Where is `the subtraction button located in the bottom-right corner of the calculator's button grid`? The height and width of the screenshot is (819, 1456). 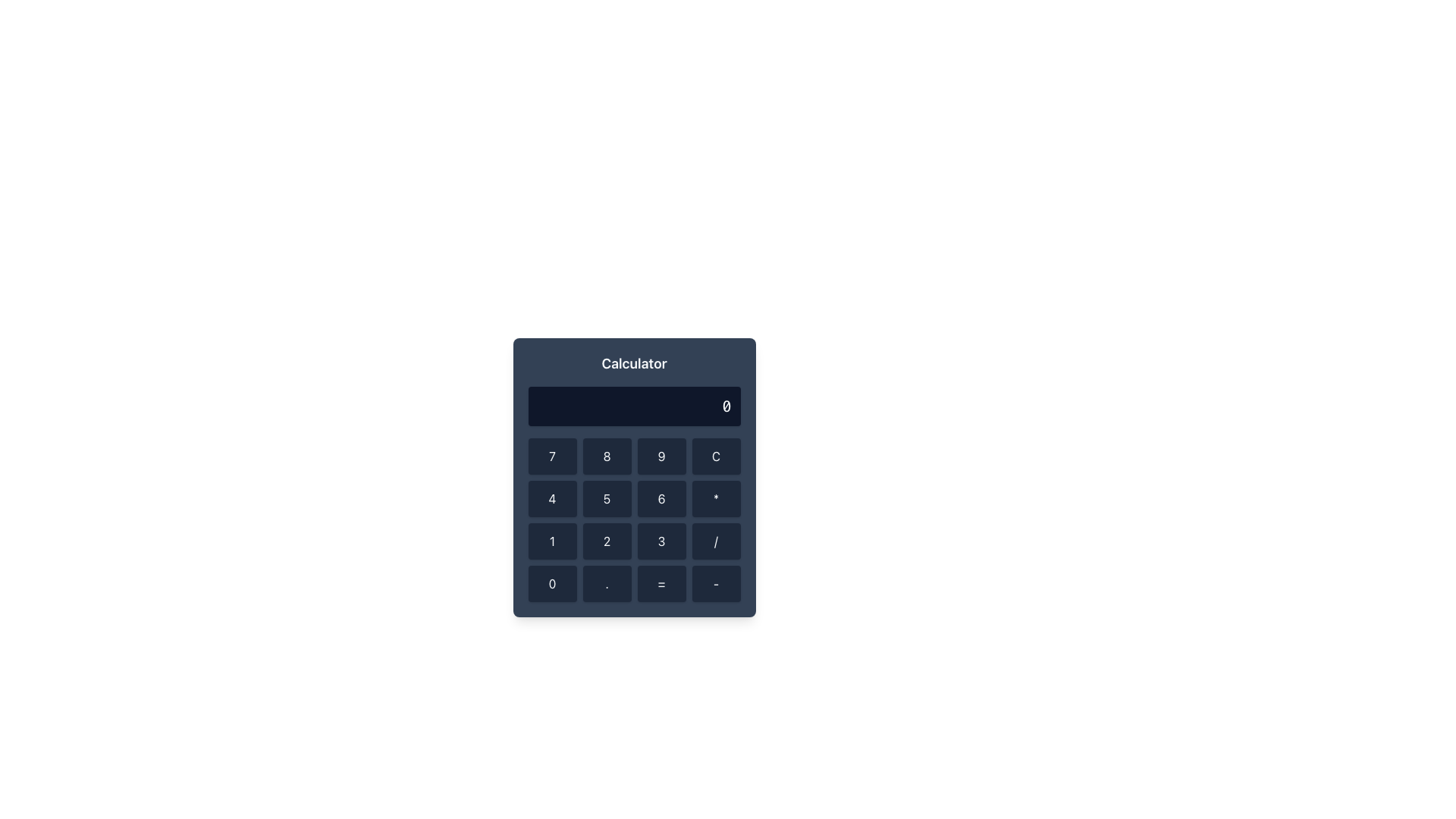
the subtraction button located in the bottom-right corner of the calculator's button grid is located at coordinates (715, 583).